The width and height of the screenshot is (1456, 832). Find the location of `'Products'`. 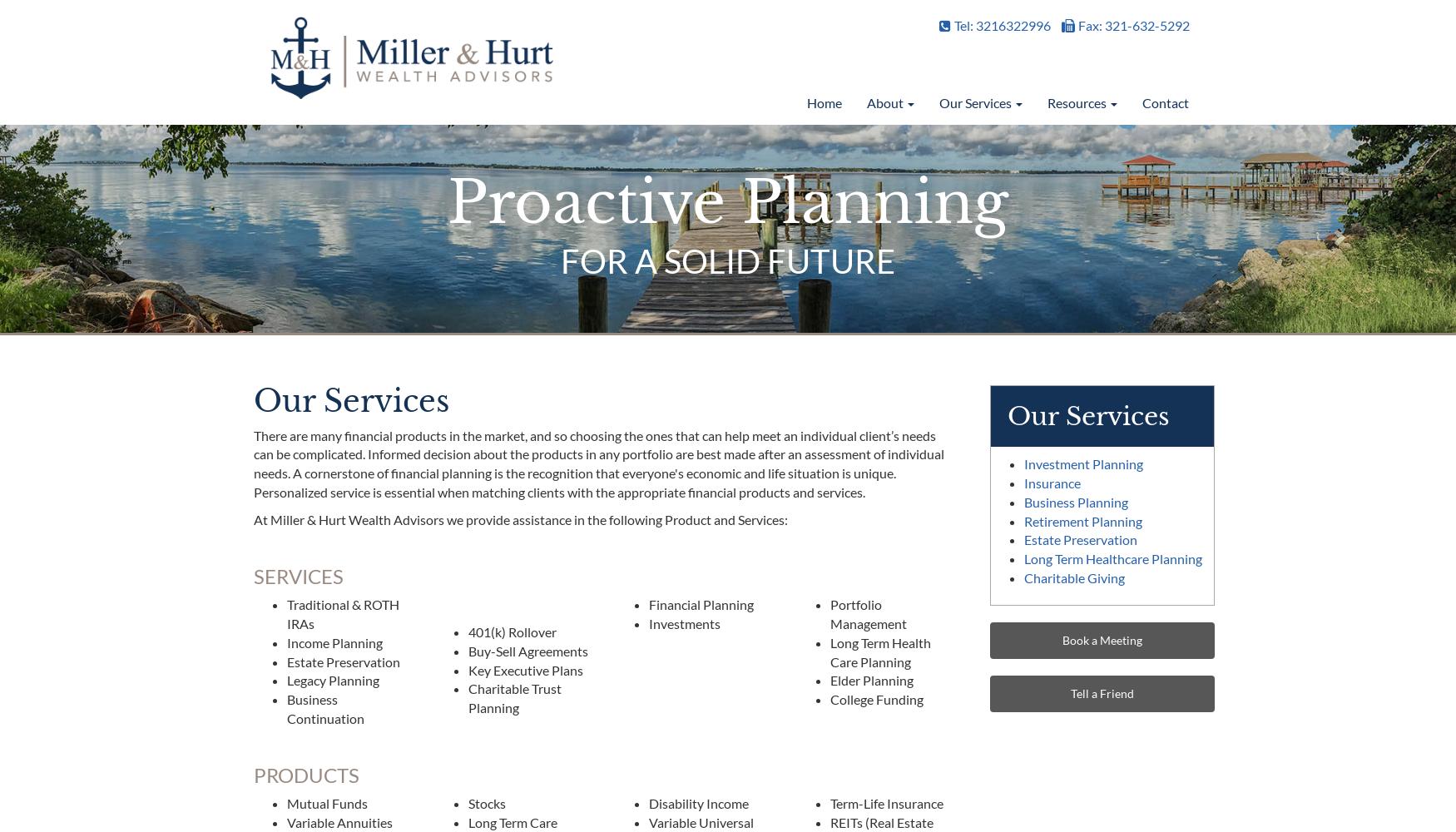

'Products' is located at coordinates (306, 774).